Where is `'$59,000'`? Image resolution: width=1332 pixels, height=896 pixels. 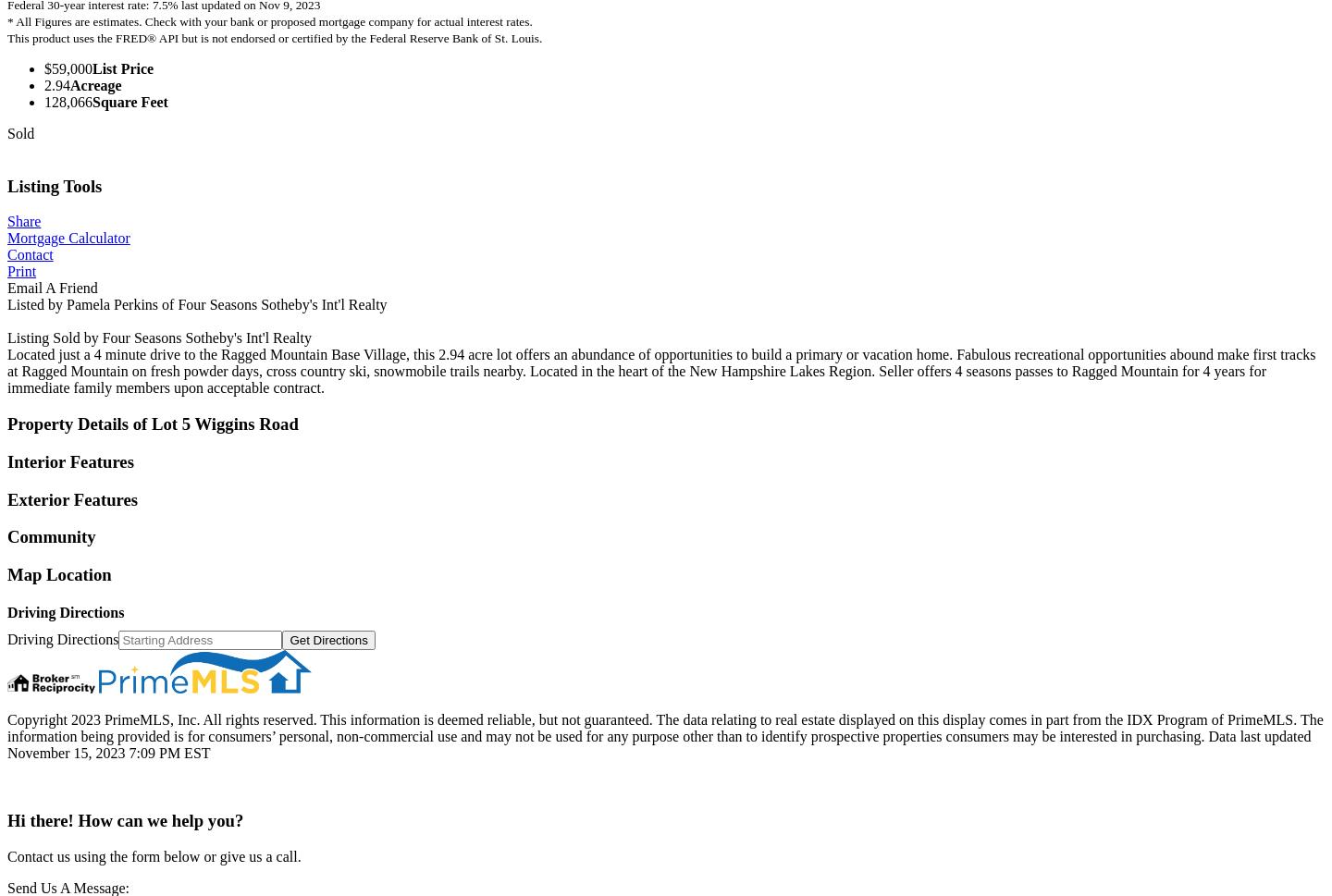
'$59,000' is located at coordinates (68, 68).